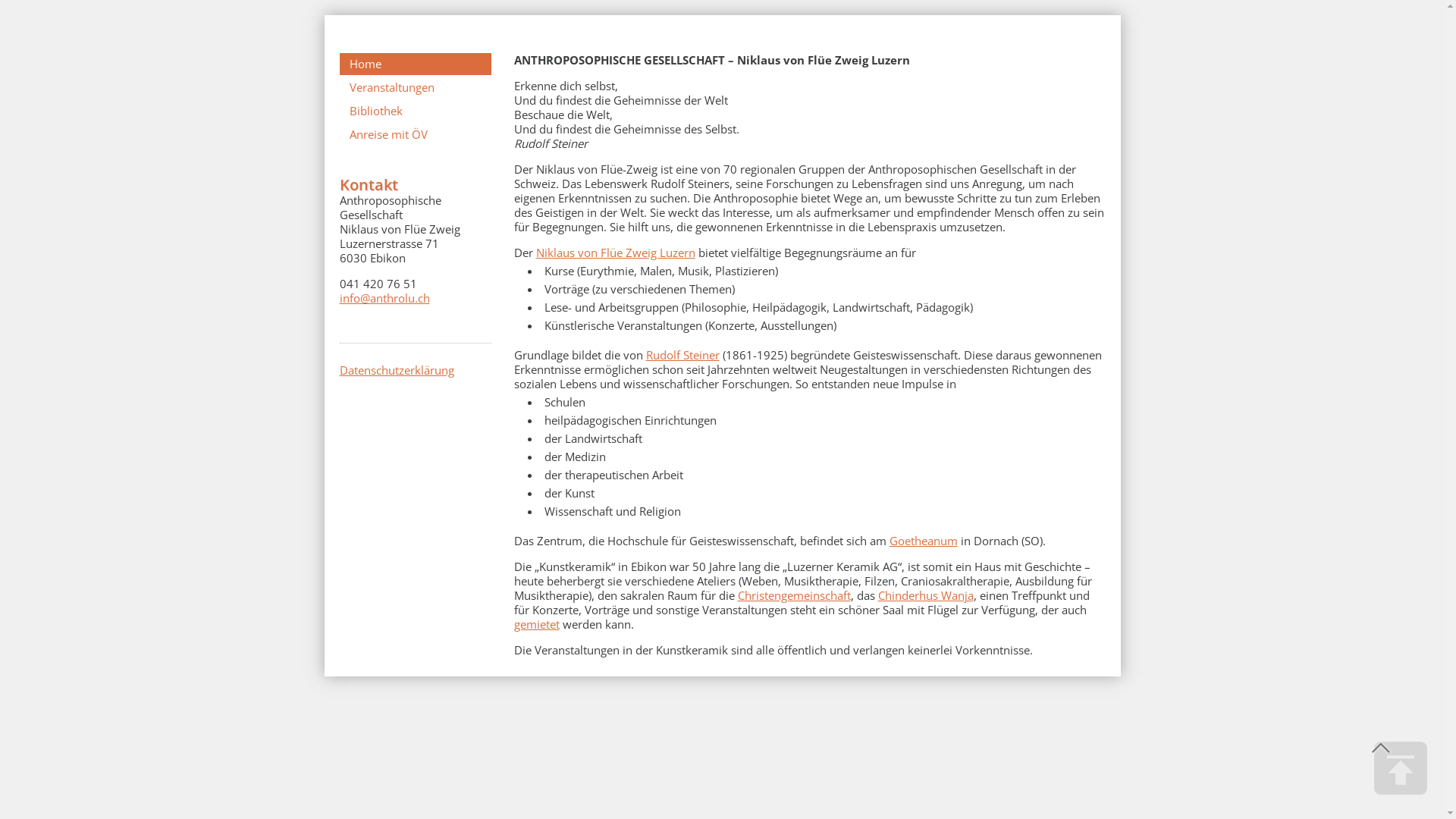  I want to click on 'Chinderhus Wanja', so click(924, 595).